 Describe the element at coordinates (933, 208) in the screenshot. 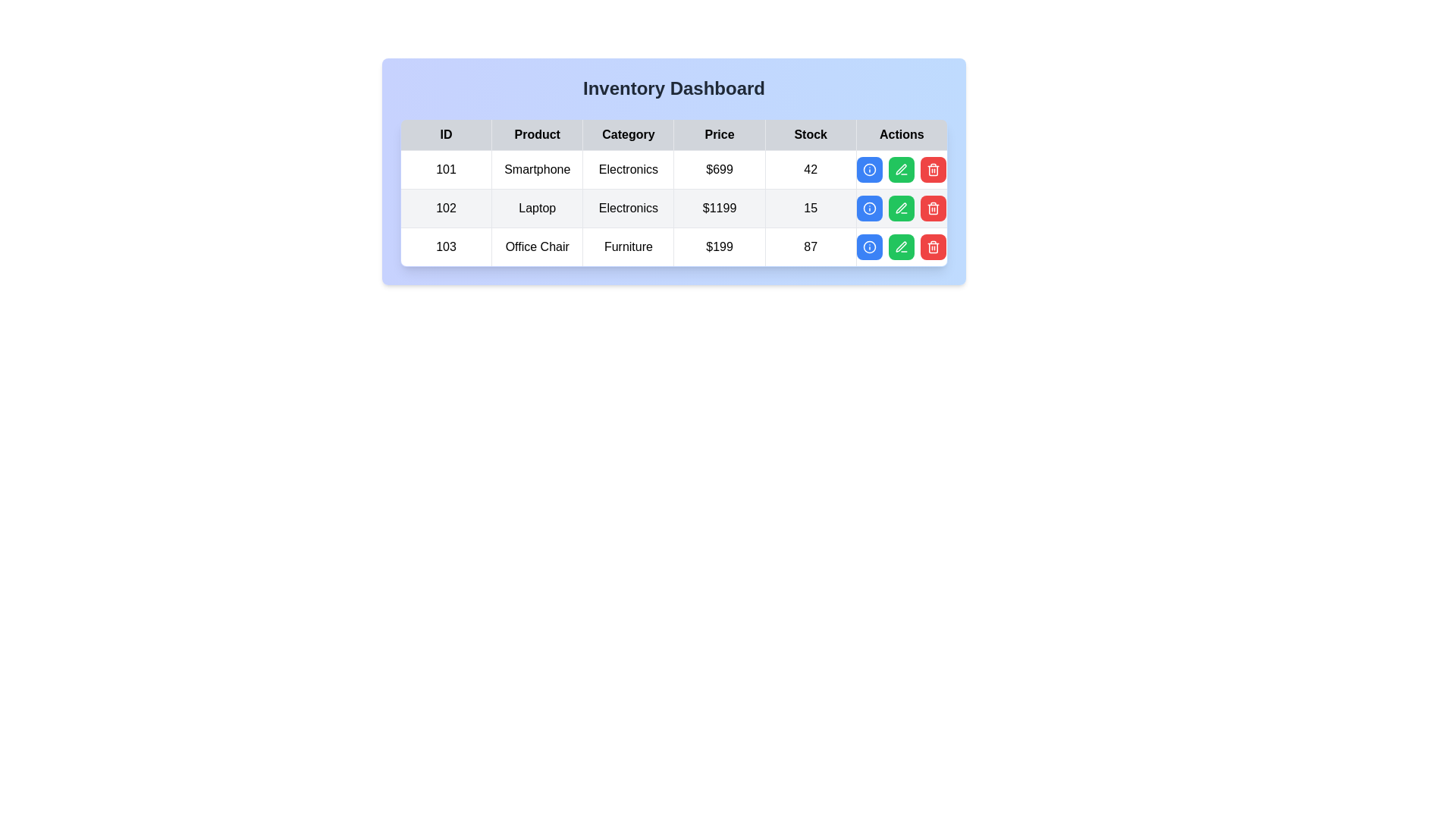

I see `delete button for the row corresponding to 102` at that location.